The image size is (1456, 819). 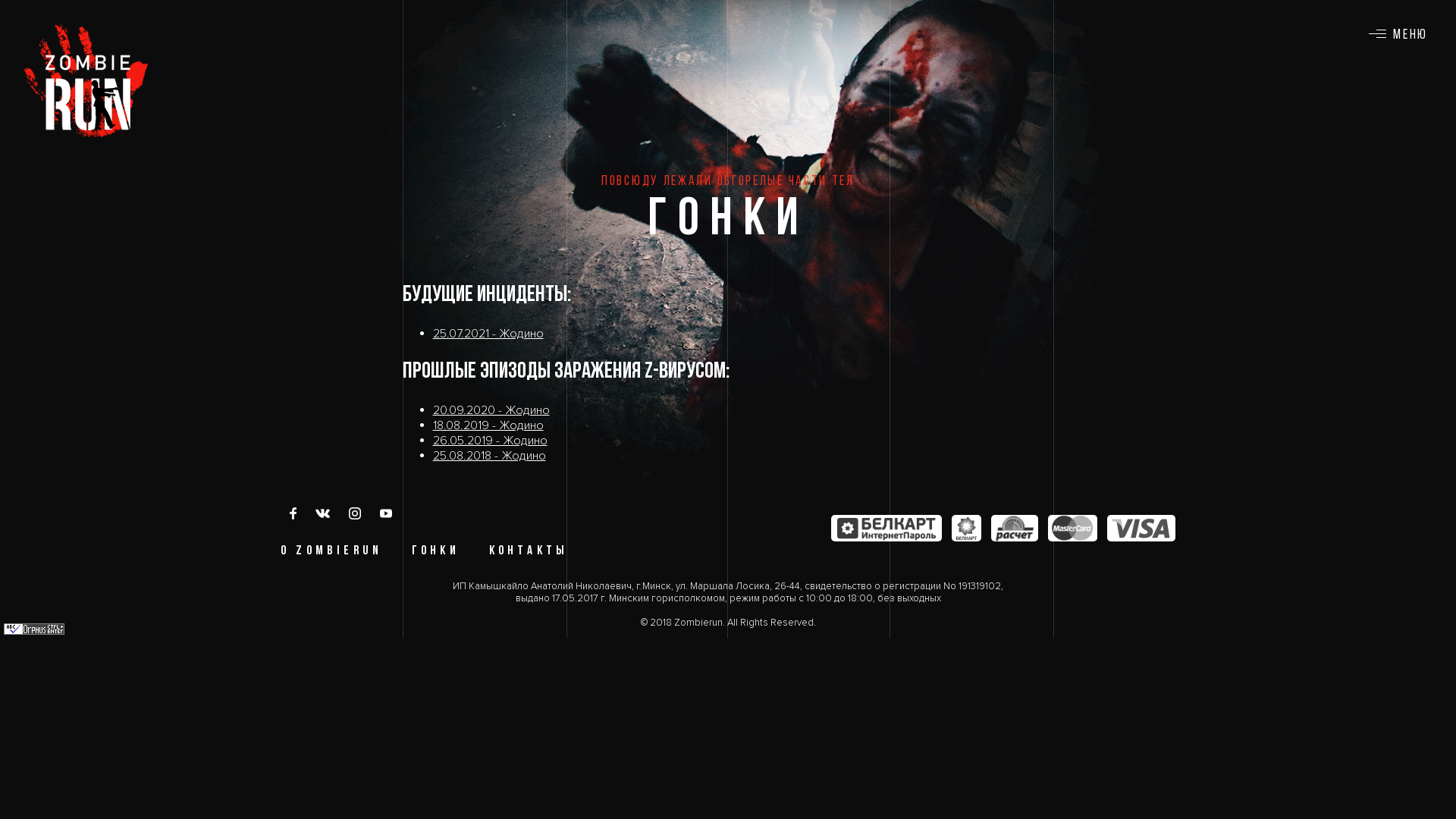 I want to click on 'YouTube', so click(x=385, y=513).